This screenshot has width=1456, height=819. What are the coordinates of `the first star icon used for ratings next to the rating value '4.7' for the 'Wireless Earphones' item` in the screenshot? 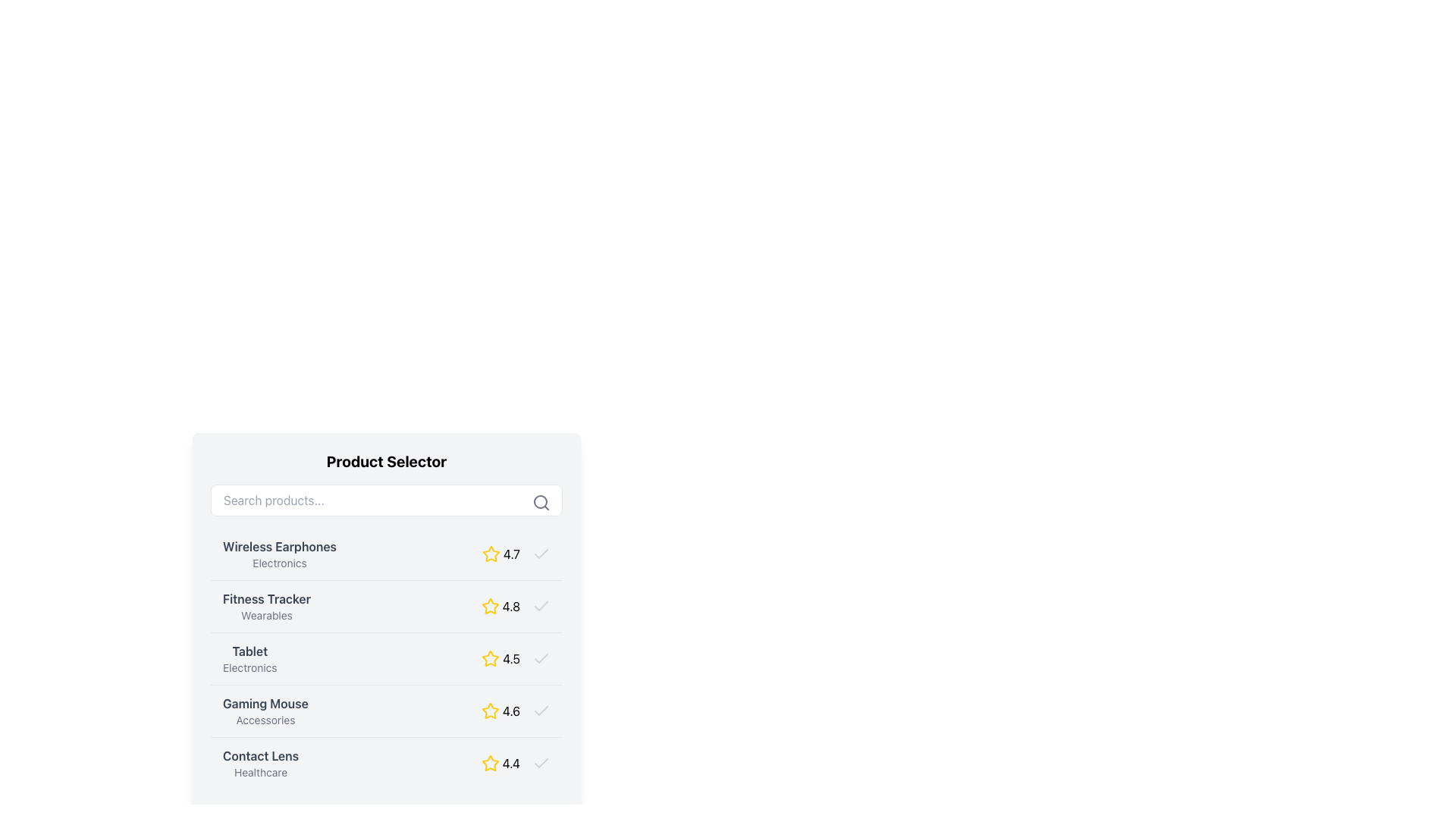 It's located at (491, 554).